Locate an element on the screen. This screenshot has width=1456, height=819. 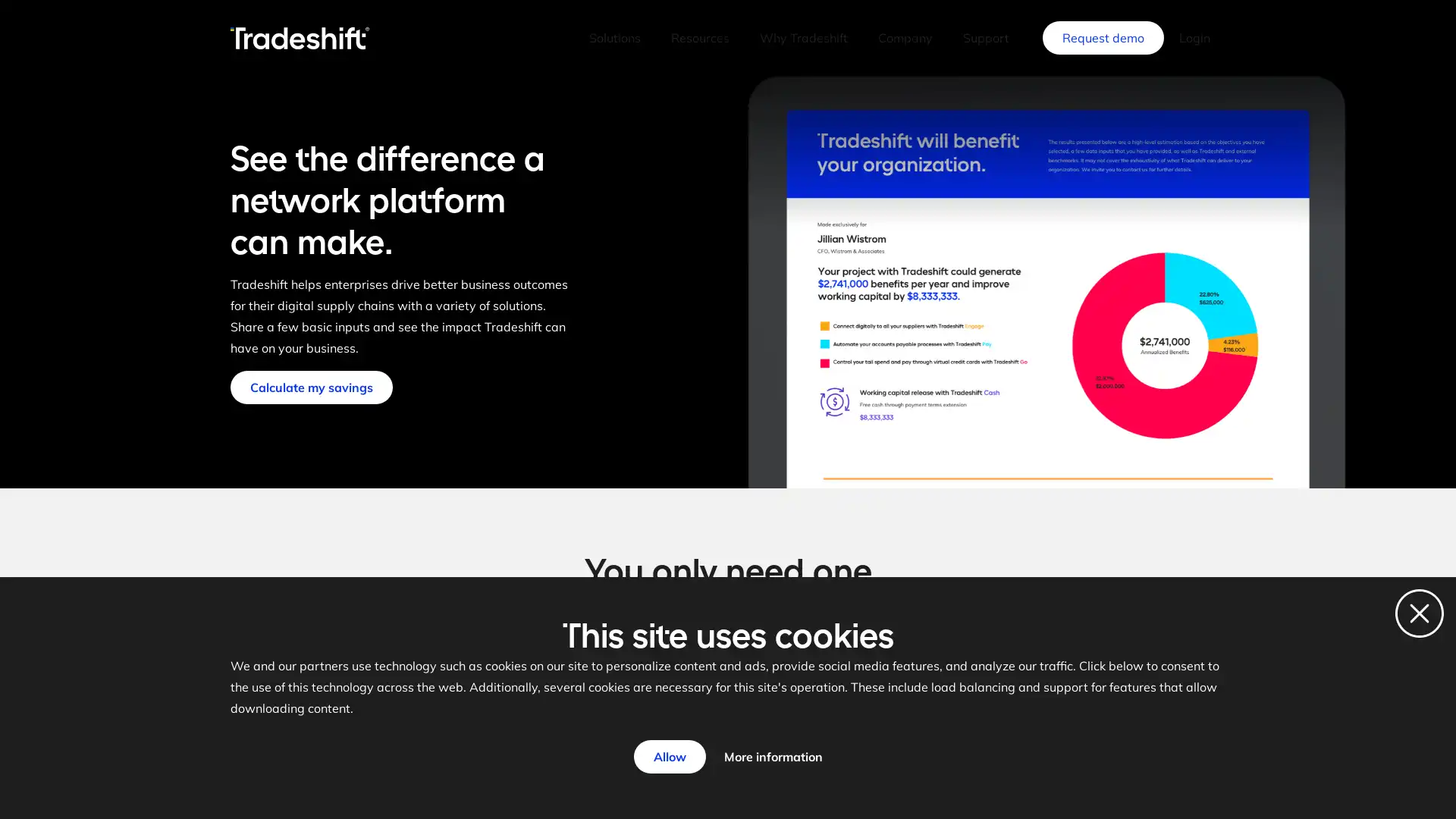
Allow is located at coordinates (668, 757).